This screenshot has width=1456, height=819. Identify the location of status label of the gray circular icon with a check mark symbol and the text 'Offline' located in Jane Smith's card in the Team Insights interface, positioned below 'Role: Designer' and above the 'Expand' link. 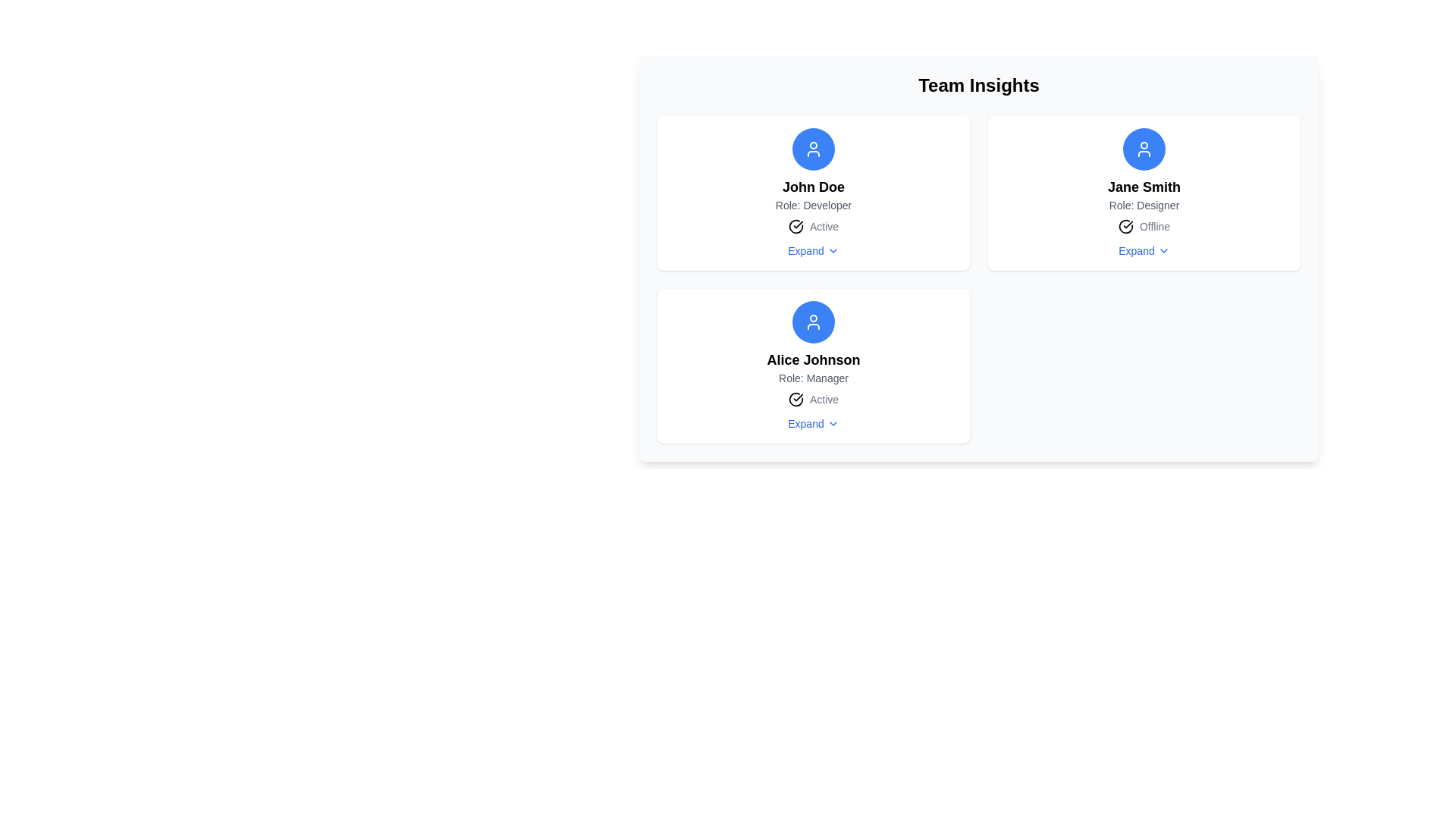
(1144, 227).